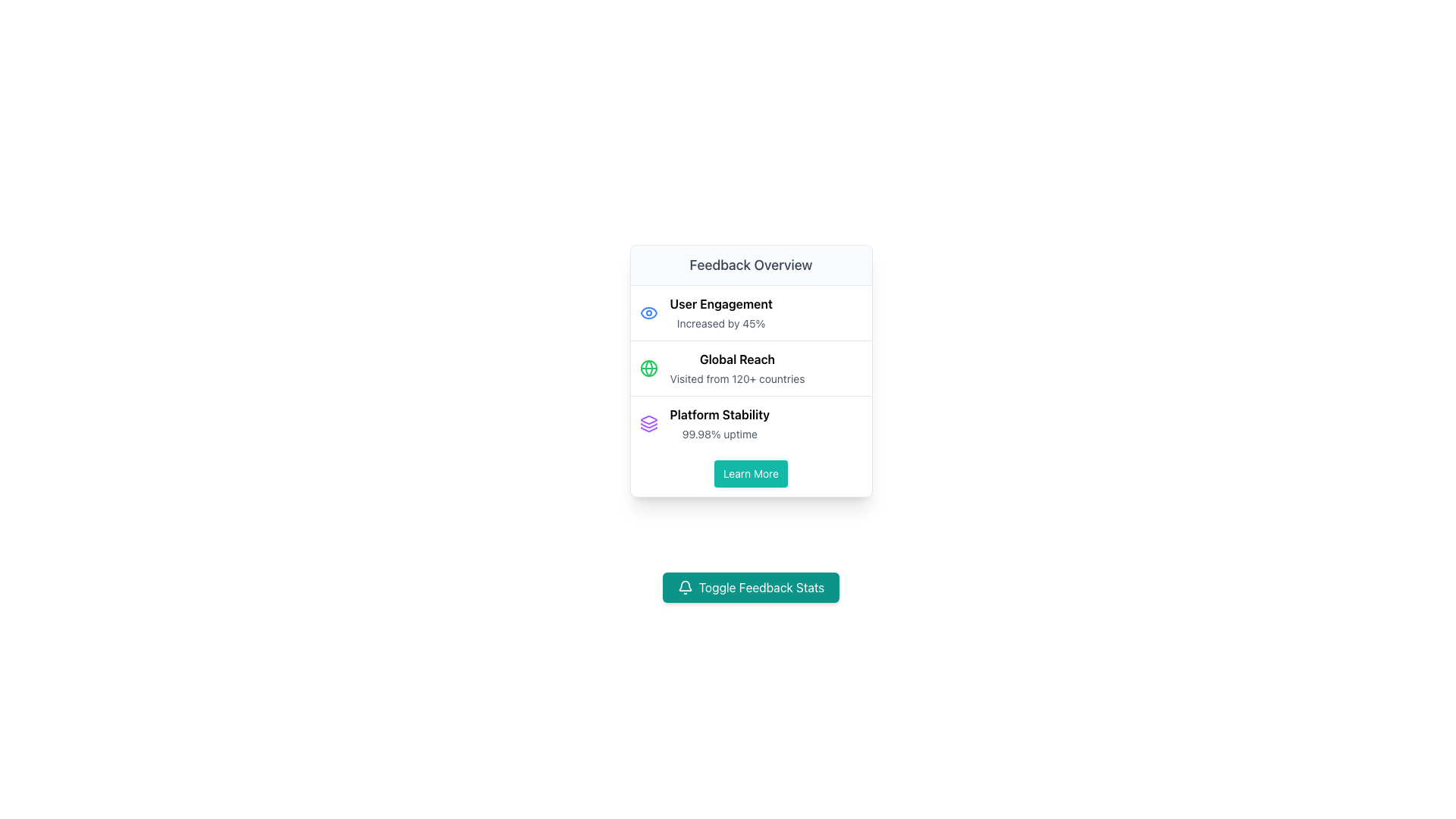 The image size is (1456, 819). What do you see at coordinates (751, 368) in the screenshot?
I see `the informational section that summarizes the global reach of the platform, positioned below the 'User Engagement' section and above the 'Platform Stability' section` at bounding box center [751, 368].